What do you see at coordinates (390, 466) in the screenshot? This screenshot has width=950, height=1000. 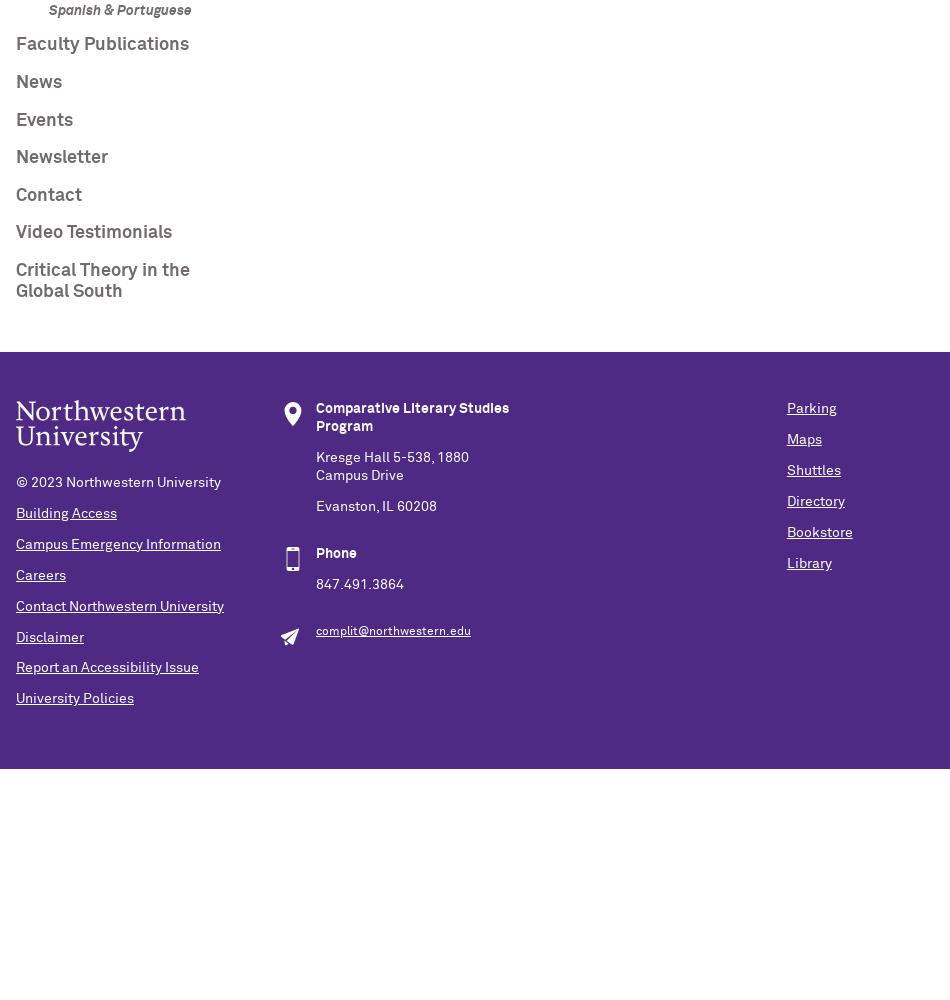 I see `'Kresge Hall 5-538, 1880 Campus Drive'` at bounding box center [390, 466].